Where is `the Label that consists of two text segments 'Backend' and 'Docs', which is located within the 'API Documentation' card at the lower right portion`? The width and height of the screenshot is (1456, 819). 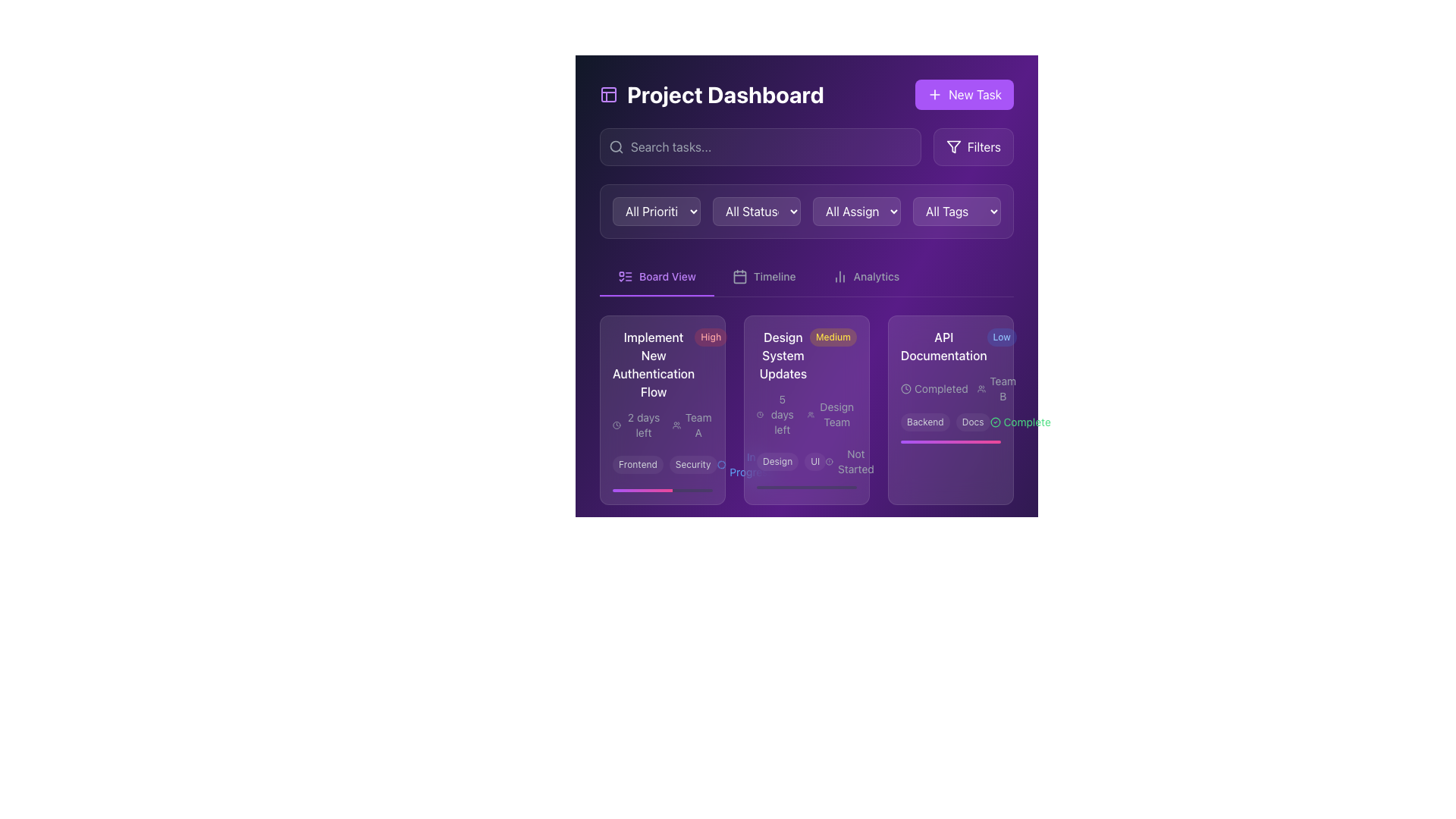
the Label that consists of two text segments 'Backend' and 'Docs', which is located within the 'API Documentation' card at the lower right portion is located at coordinates (944, 422).